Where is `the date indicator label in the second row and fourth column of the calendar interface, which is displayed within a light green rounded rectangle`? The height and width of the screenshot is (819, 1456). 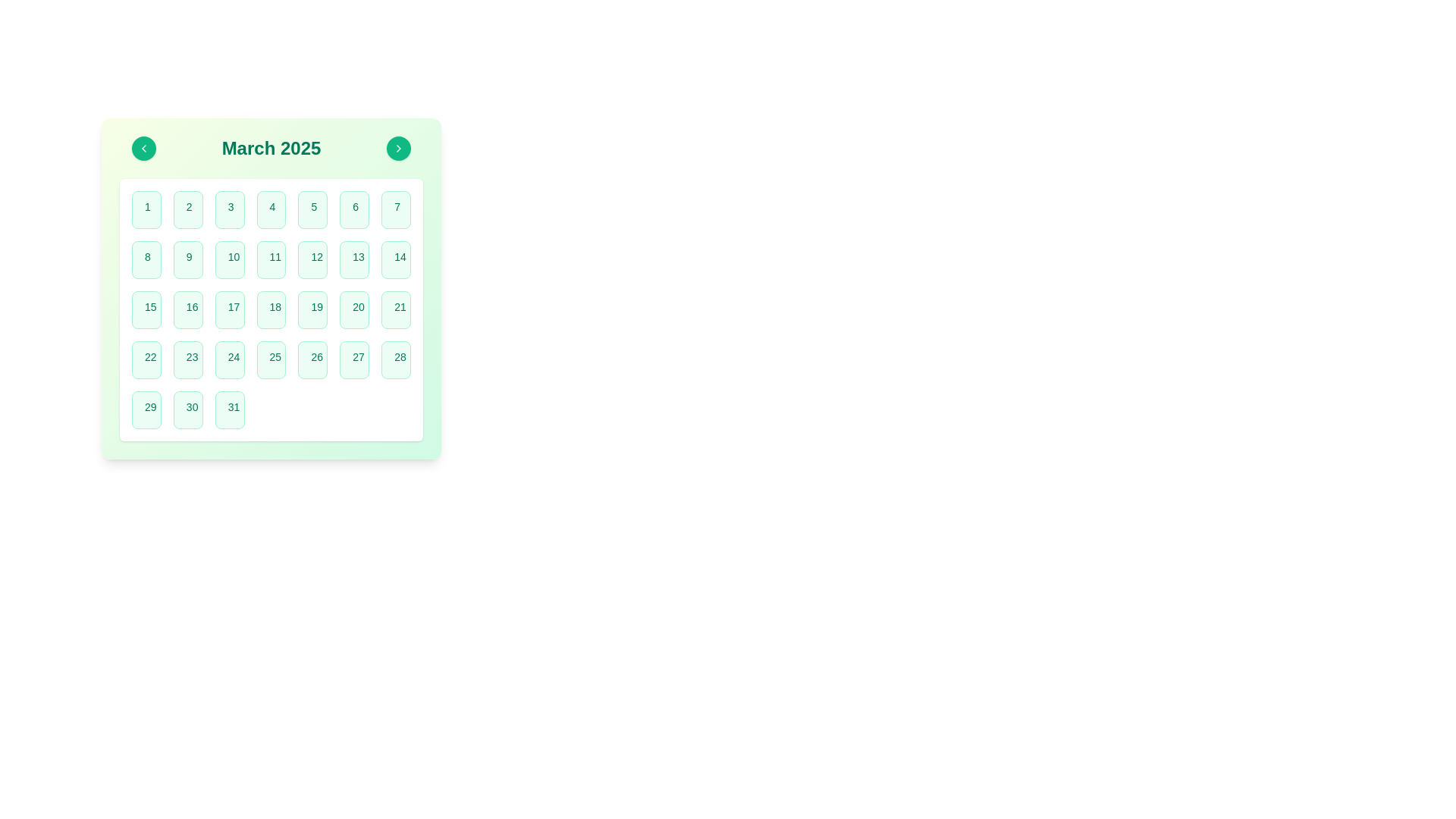 the date indicator label in the second row and fourth column of the calendar interface, which is displayed within a light green rounded rectangle is located at coordinates (316, 256).